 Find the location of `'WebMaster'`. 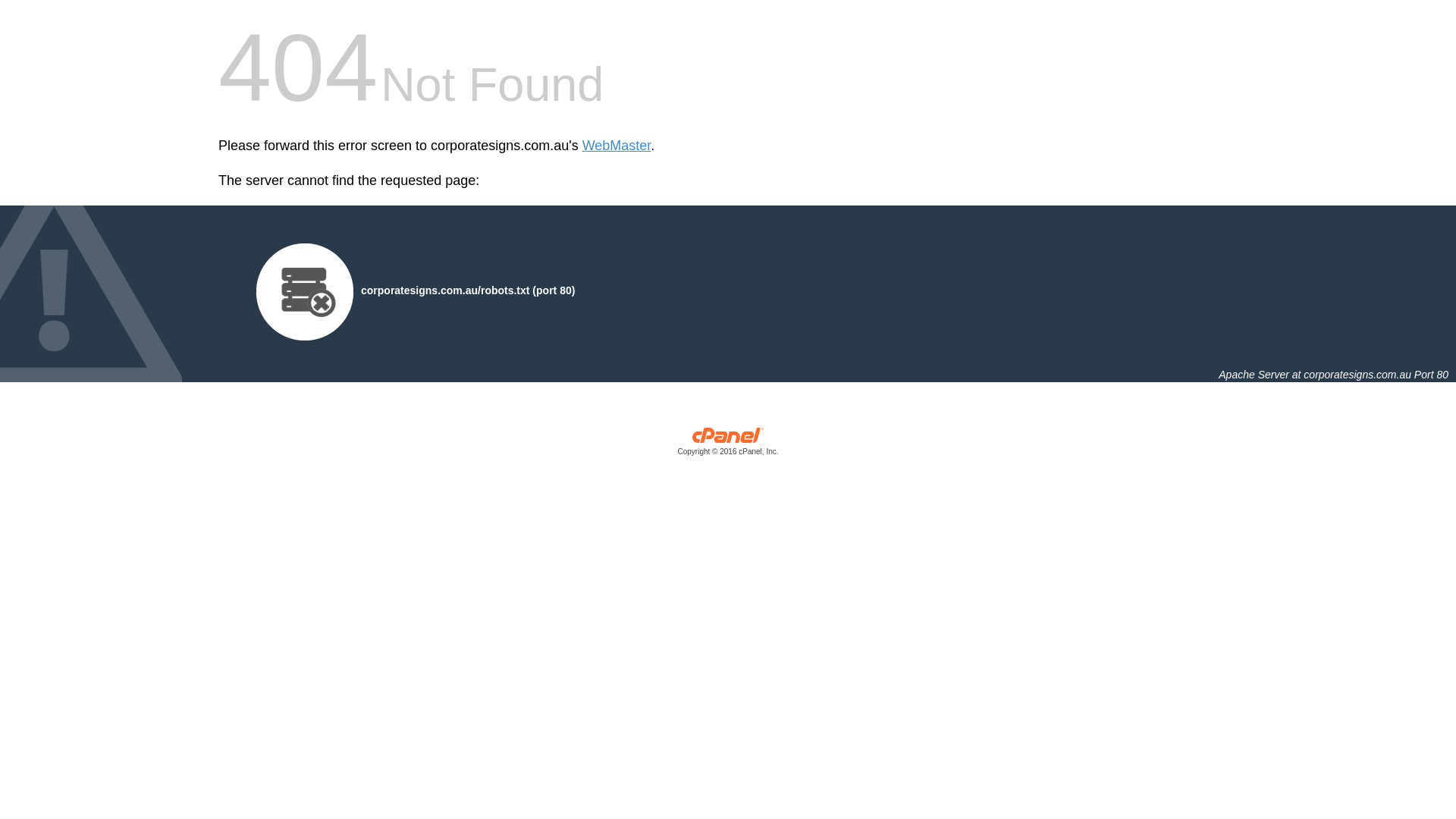

'WebMaster' is located at coordinates (617, 146).